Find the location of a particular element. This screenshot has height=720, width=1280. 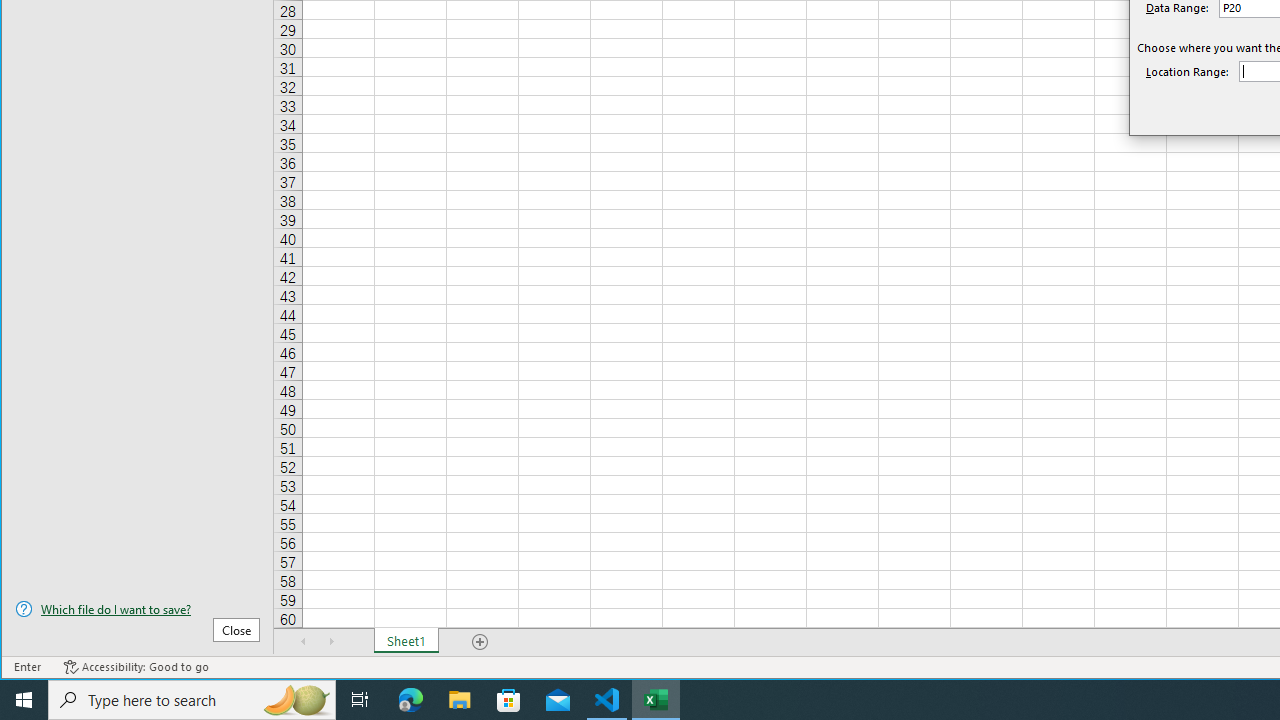

'Scroll Right' is located at coordinates (331, 641).